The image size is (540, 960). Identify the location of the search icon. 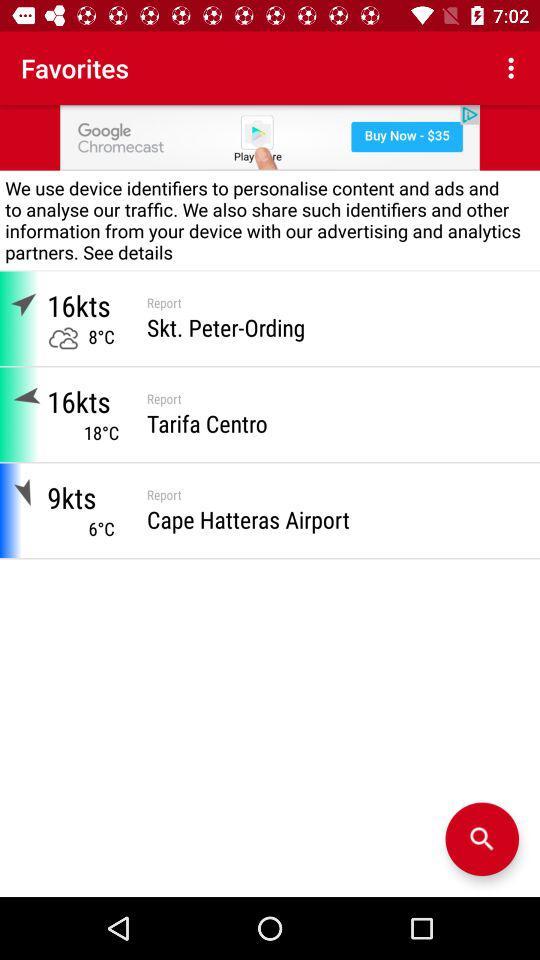
(481, 839).